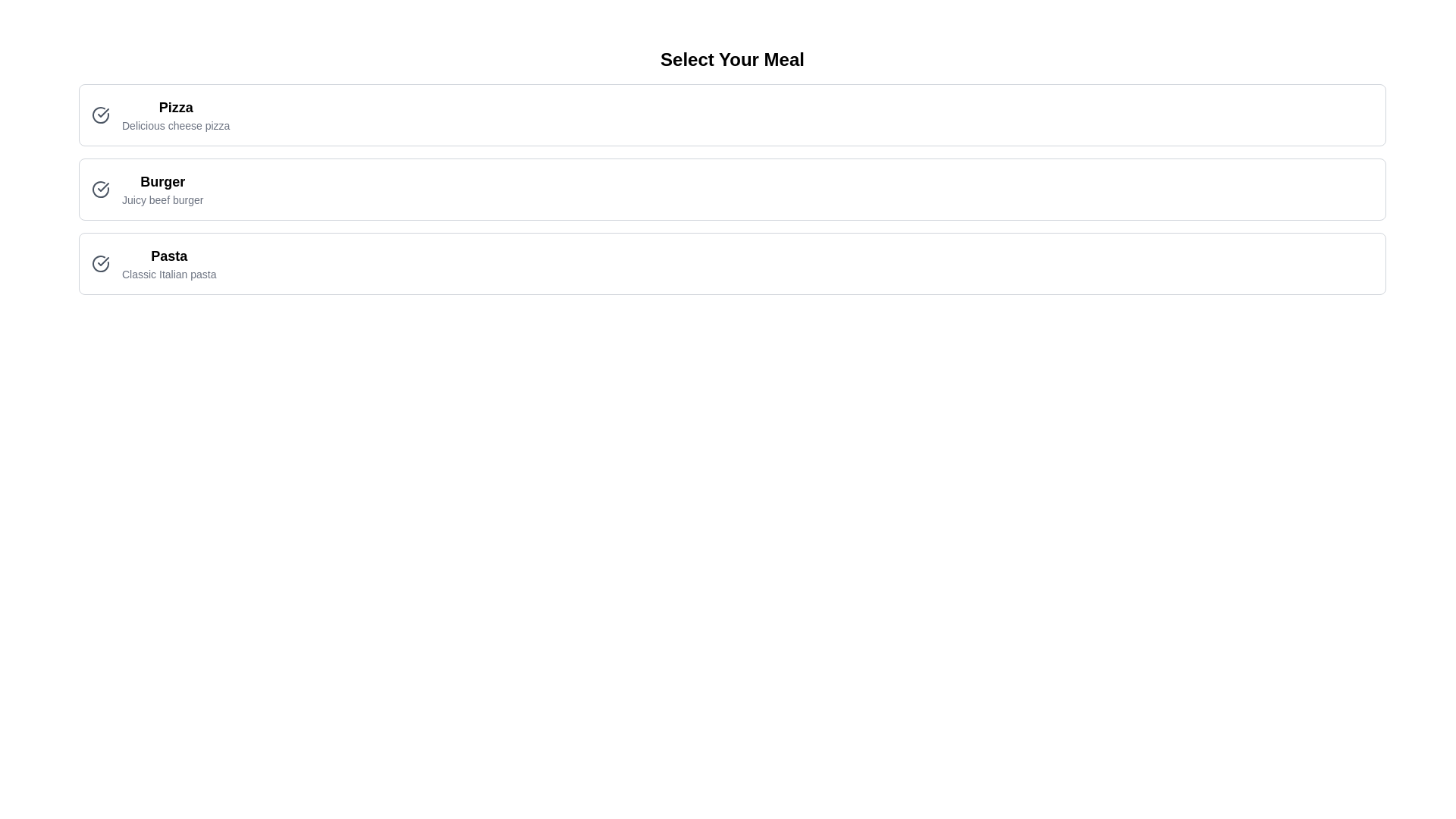 The image size is (1456, 819). I want to click on the 'Pizza' text label group, which displays 'Pizza' in bold and larger font, followed by 'Delicious cheese pizza' in smaller grayed font, so click(176, 114).